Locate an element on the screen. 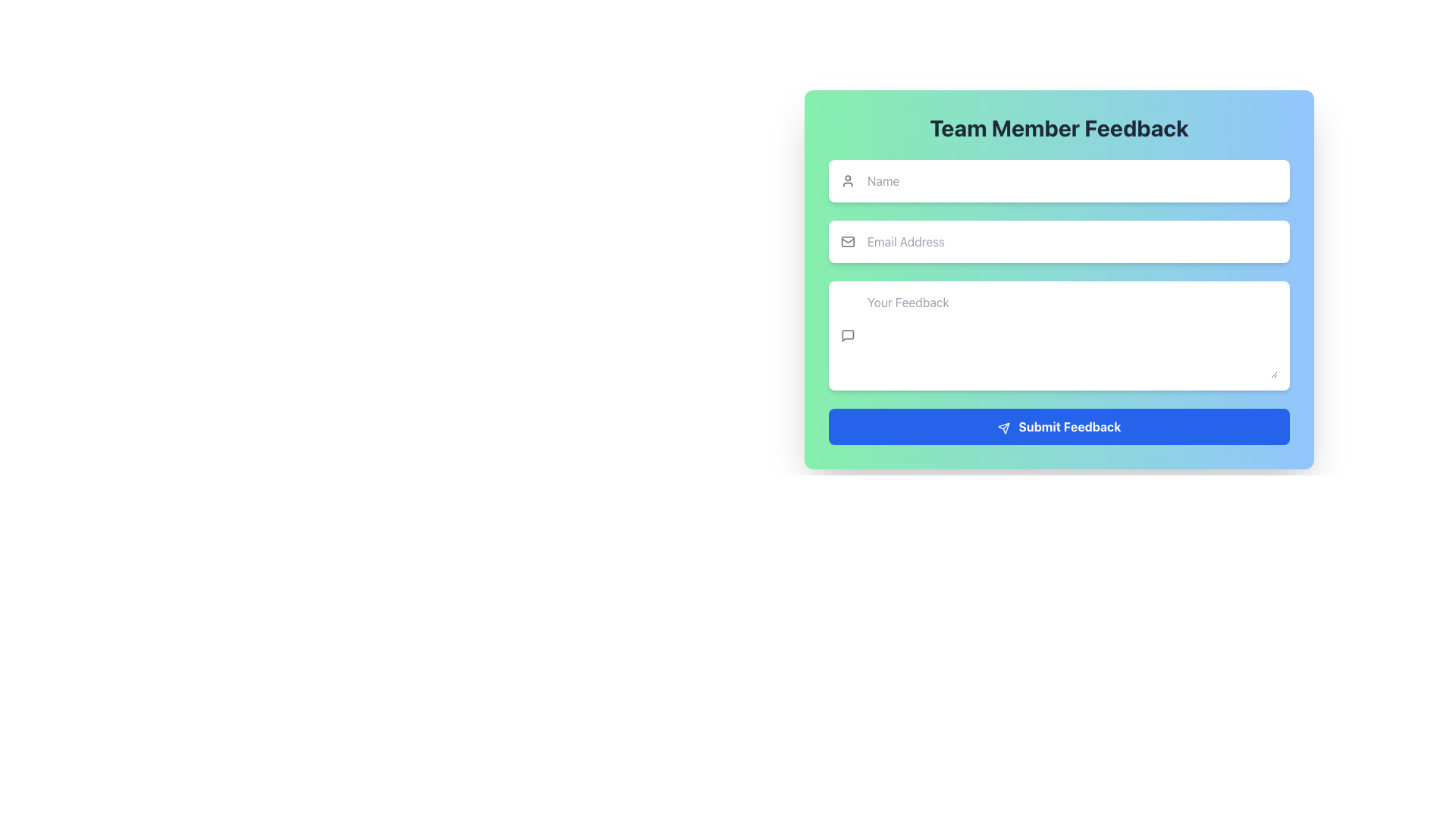 The height and width of the screenshot is (819, 1456). the paper plane icon located on the left side of the 'Submit Feedback' text within the blue button at the bottom of the form is located at coordinates (1003, 428).